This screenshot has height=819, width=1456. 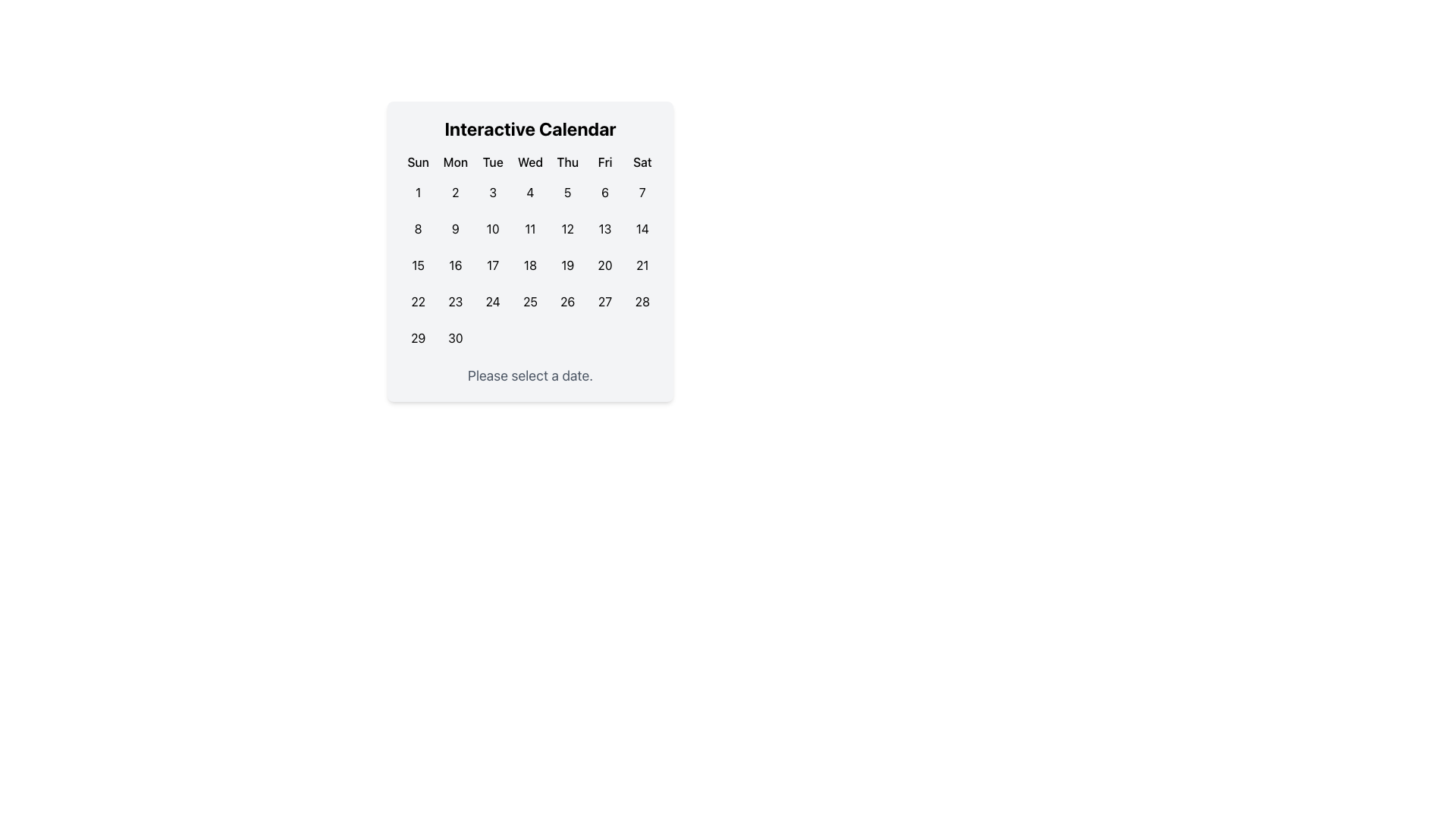 What do you see at coordinates (530, 250) in the screenshot?
I see `the Interactive Calendar Component` at bounding box center [530, 250].